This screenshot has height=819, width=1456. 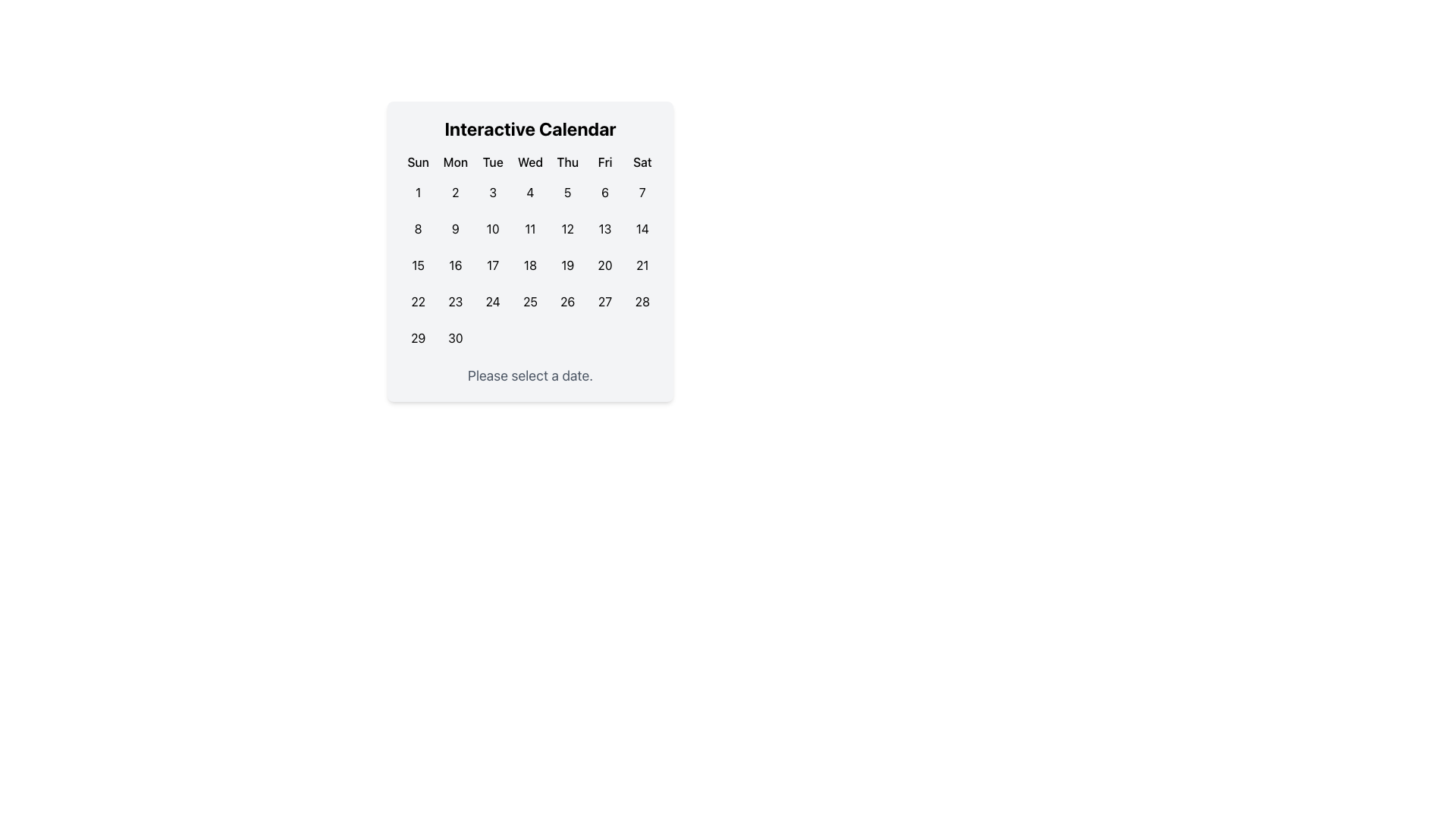 What do you see at coordinates (530, 250) in the screenshot?
I see `the Interactive Calendar Component` at bounding box center [530, 250].